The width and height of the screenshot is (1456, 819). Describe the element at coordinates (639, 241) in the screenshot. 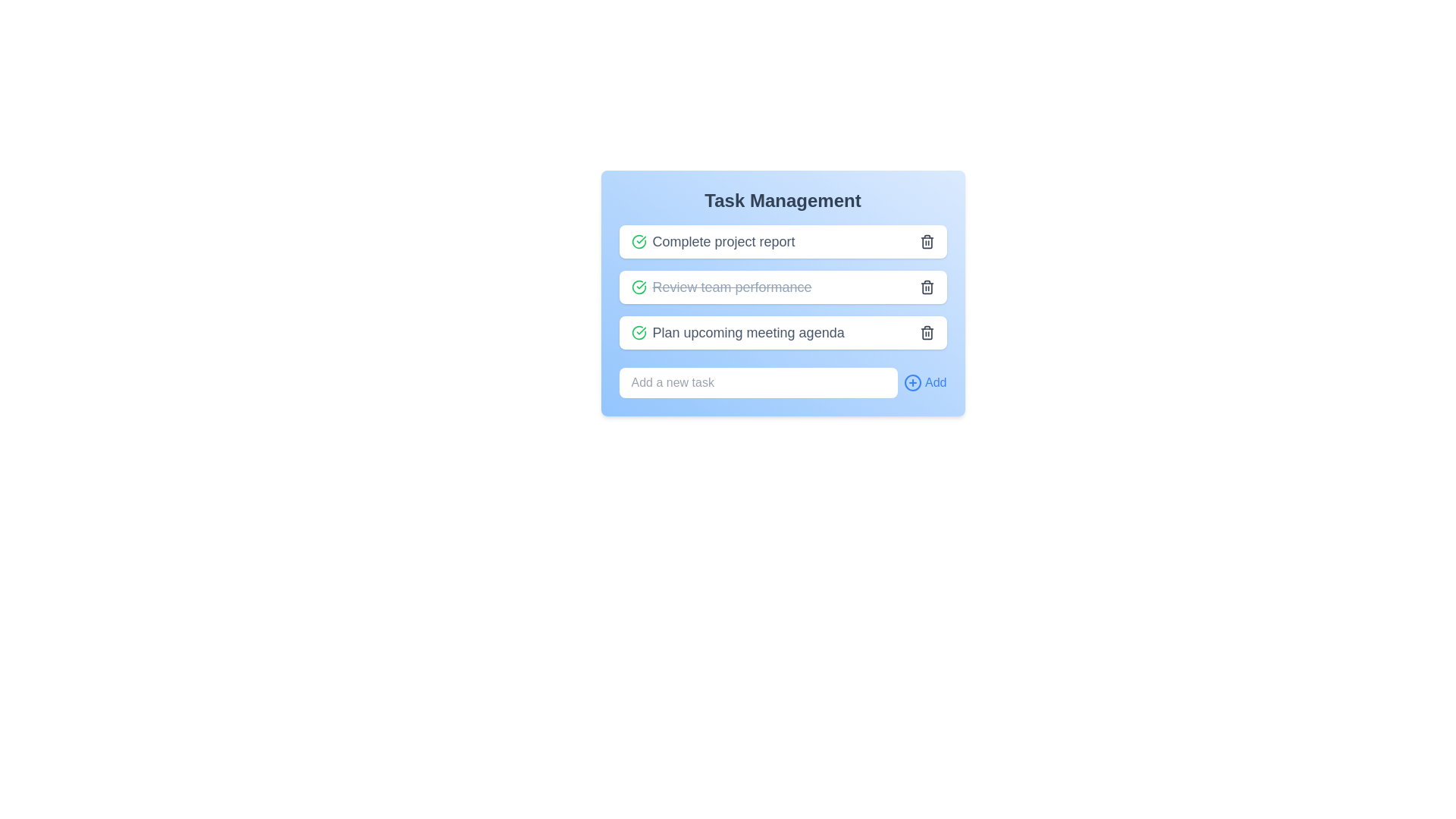

I see `the small circular icon button with a green border and checkmark` at that location.